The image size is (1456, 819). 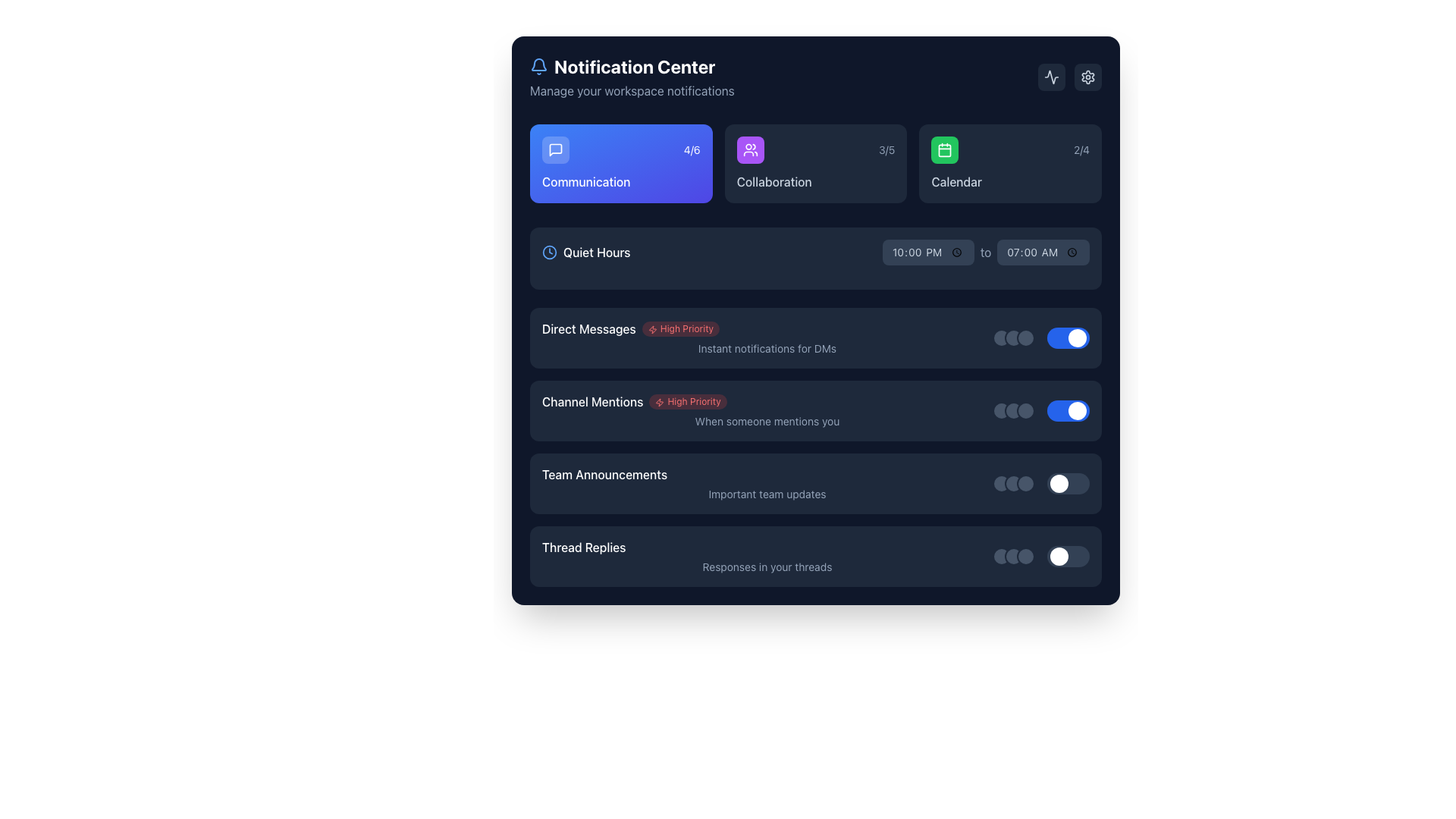 I want to click on the 'Notification Center' text header with the associated blue bell icon, which is prominently displayed on a dark navy background at the top of the interface, so click(x=632, y=66).